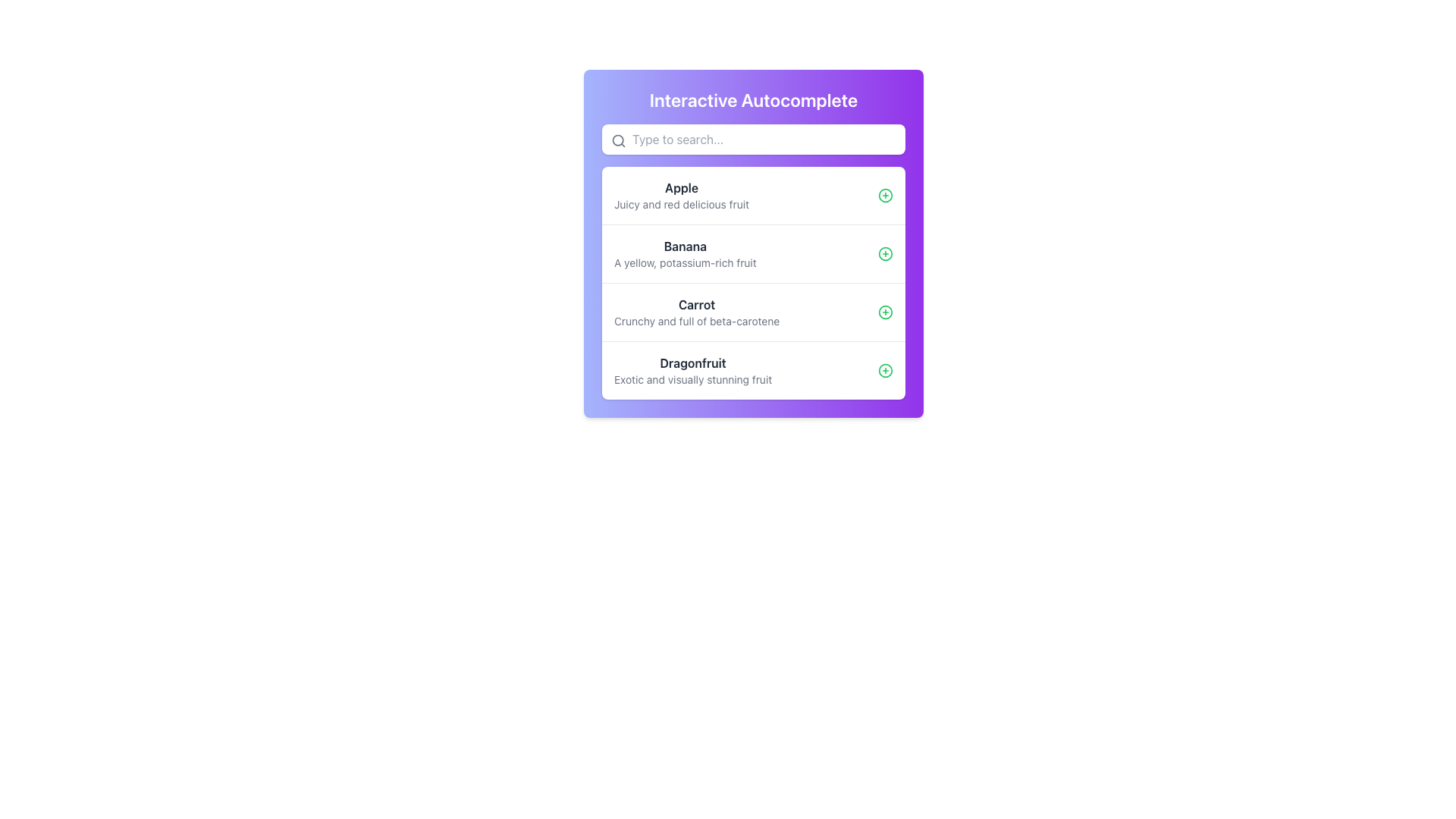 The height and width of the screenshot is (819, 1456). What do you see at coordinates (692, 371) in the screenshot?
I see `text displayed in the fourth row of the list item, which provides the name and description of an item or entity` at bounding box center [692, 371].